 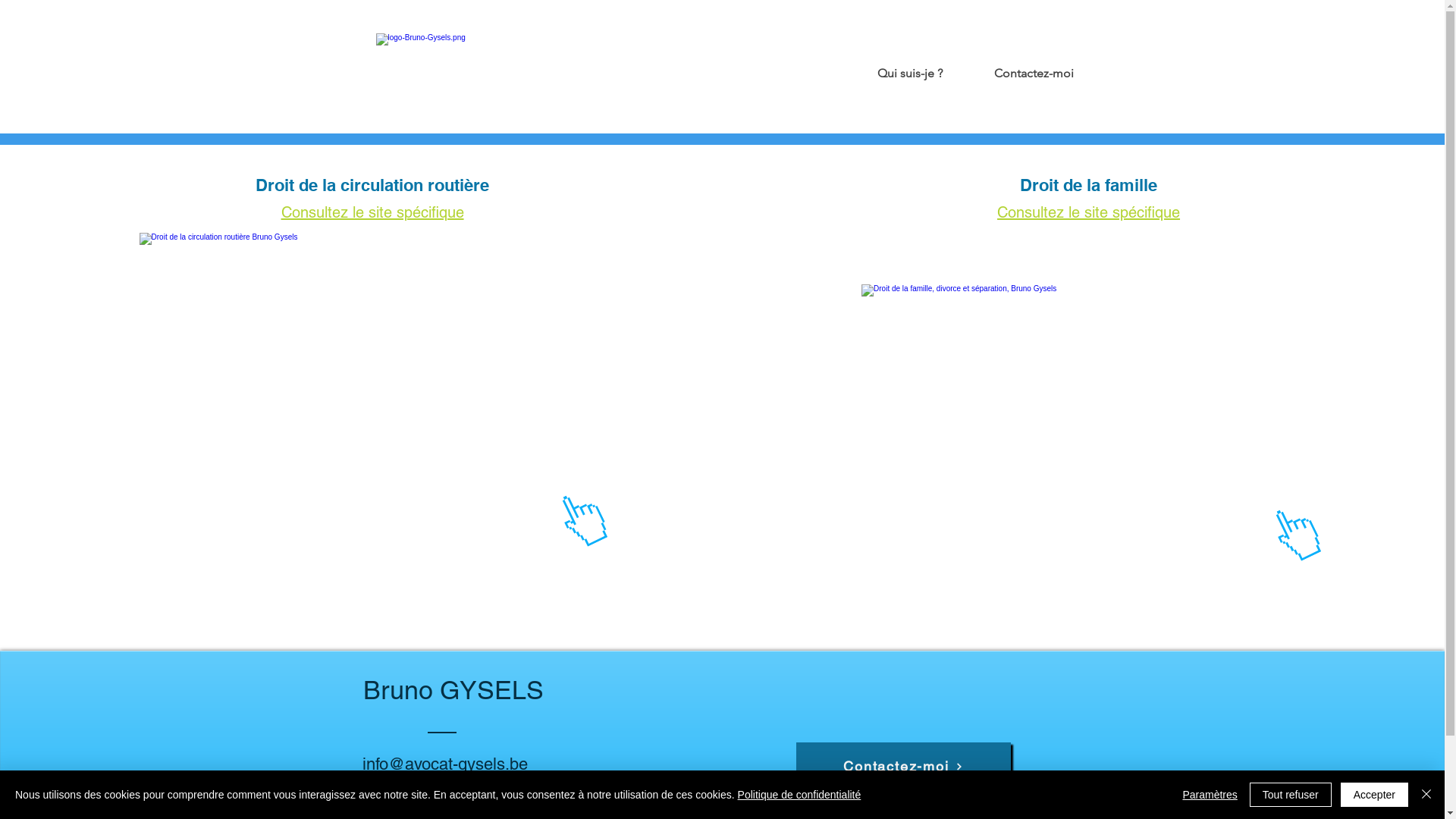 What do you see at coordinates (949, 66) in the screenshot?
I see `'Contactez-moi'` at bounding box center [949, 66].